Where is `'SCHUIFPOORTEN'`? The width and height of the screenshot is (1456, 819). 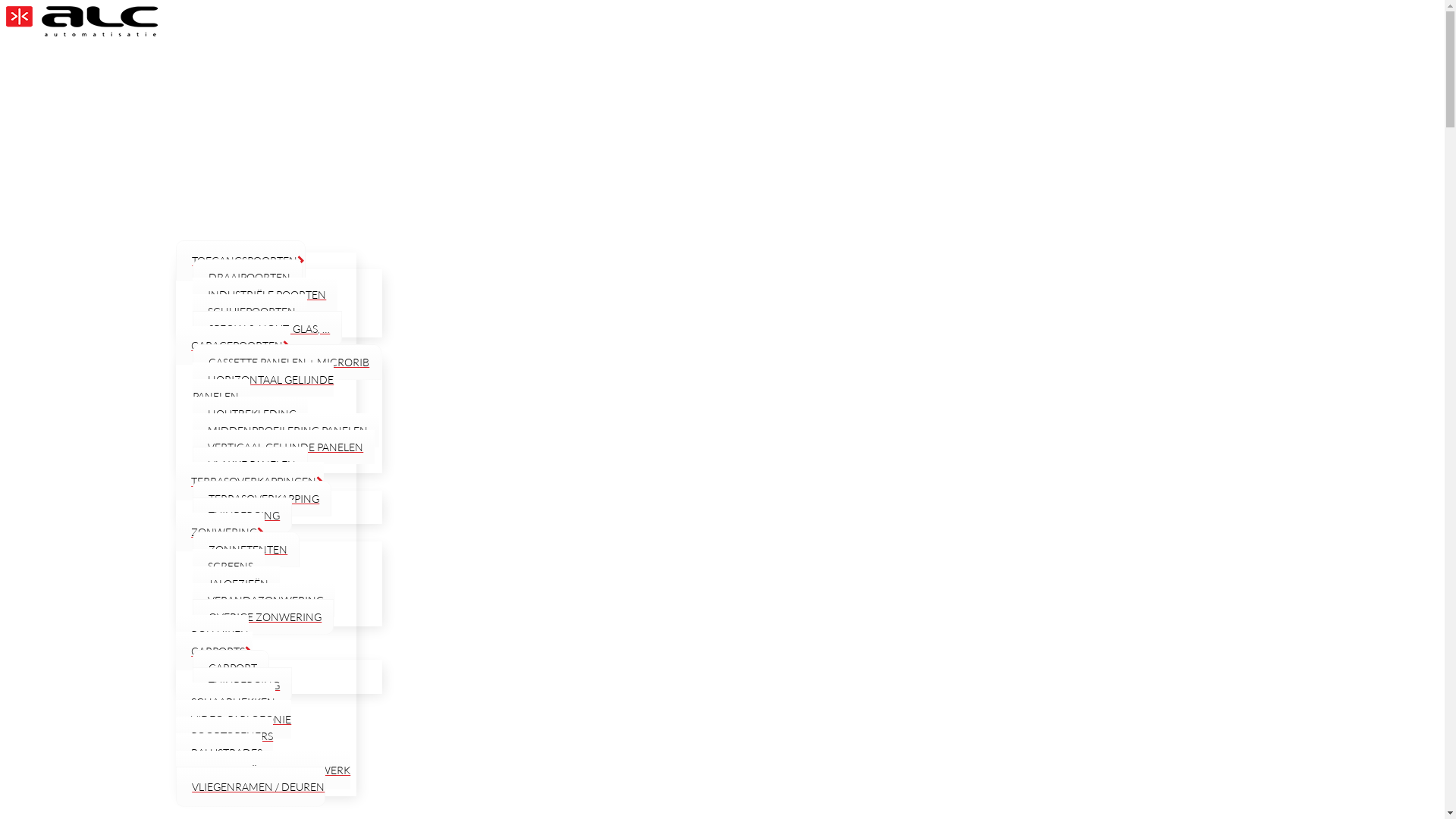
'SCHUIFPOORTEN' is located at coordinates (249, 310).